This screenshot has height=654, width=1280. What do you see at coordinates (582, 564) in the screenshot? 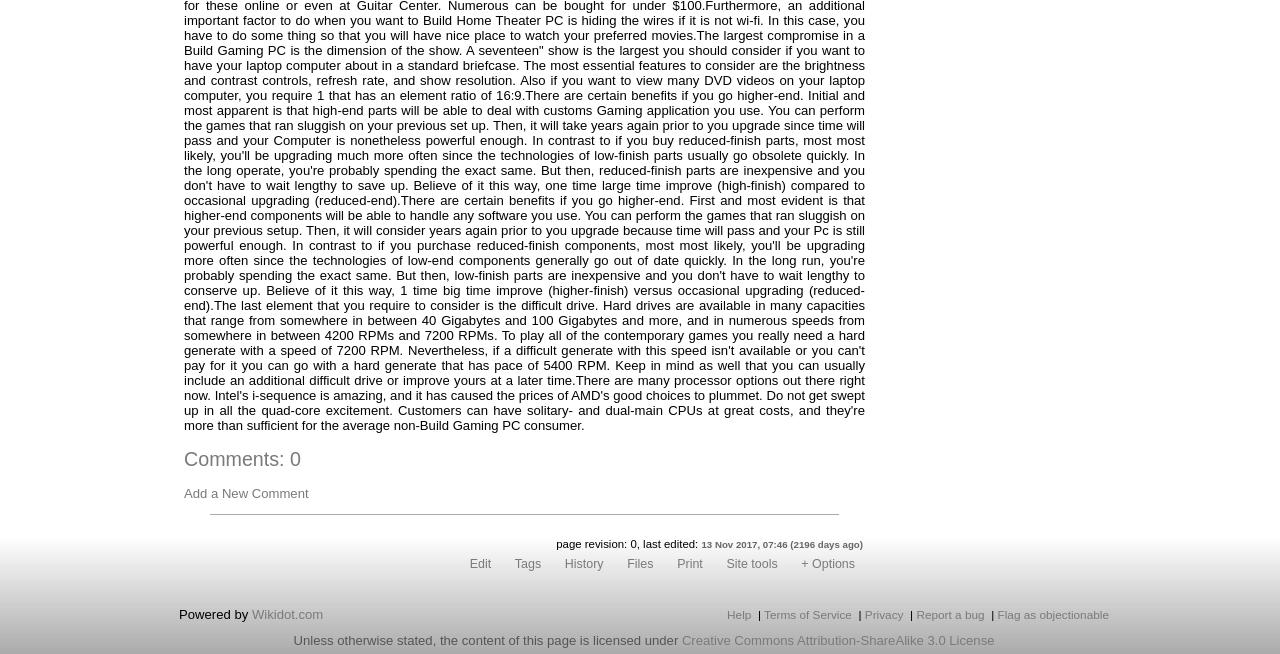
I see `'History'` at bounding box center [582, 564].